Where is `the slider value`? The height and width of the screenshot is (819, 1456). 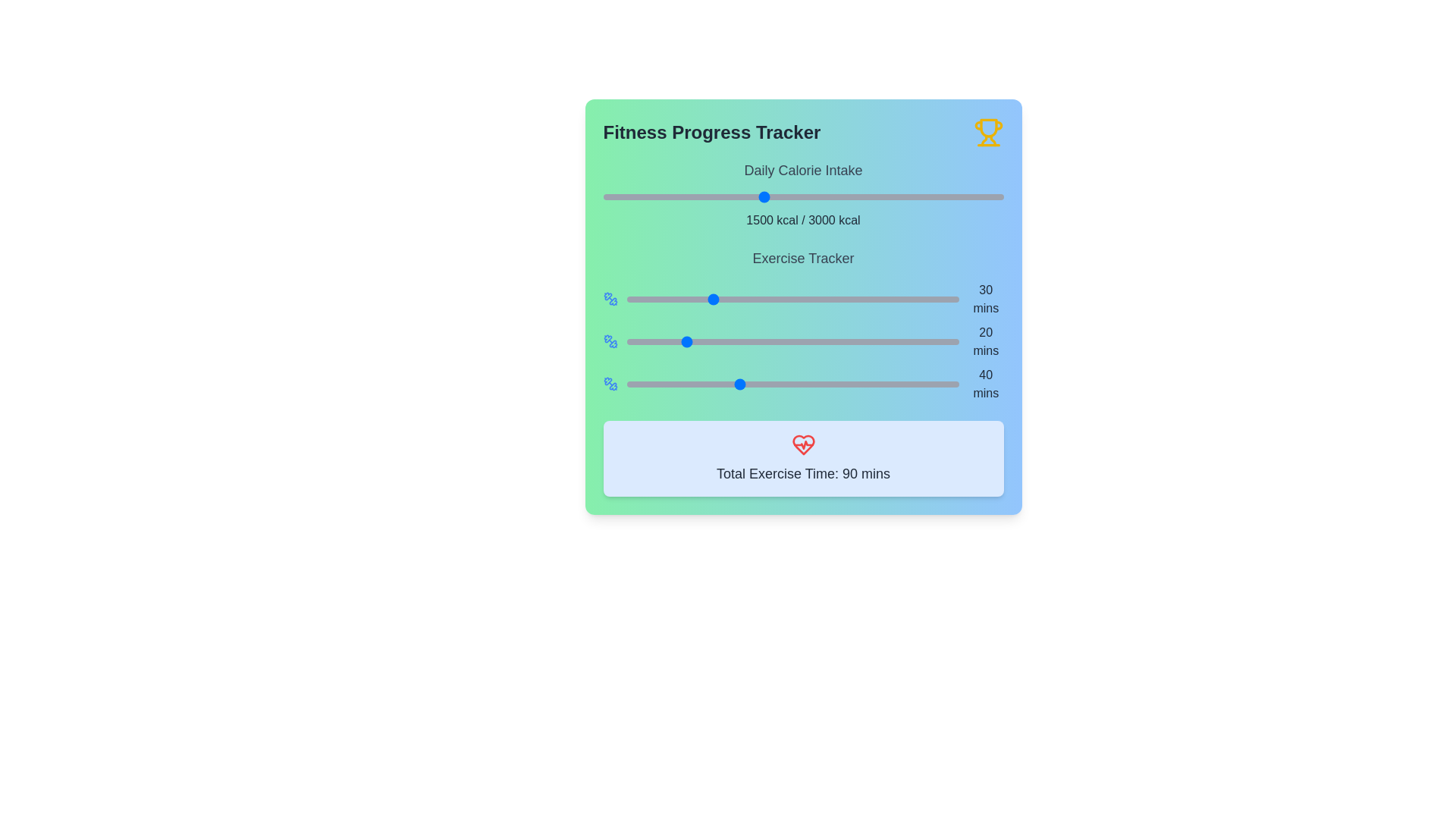
the slider value is located at coordinates (881, 299).